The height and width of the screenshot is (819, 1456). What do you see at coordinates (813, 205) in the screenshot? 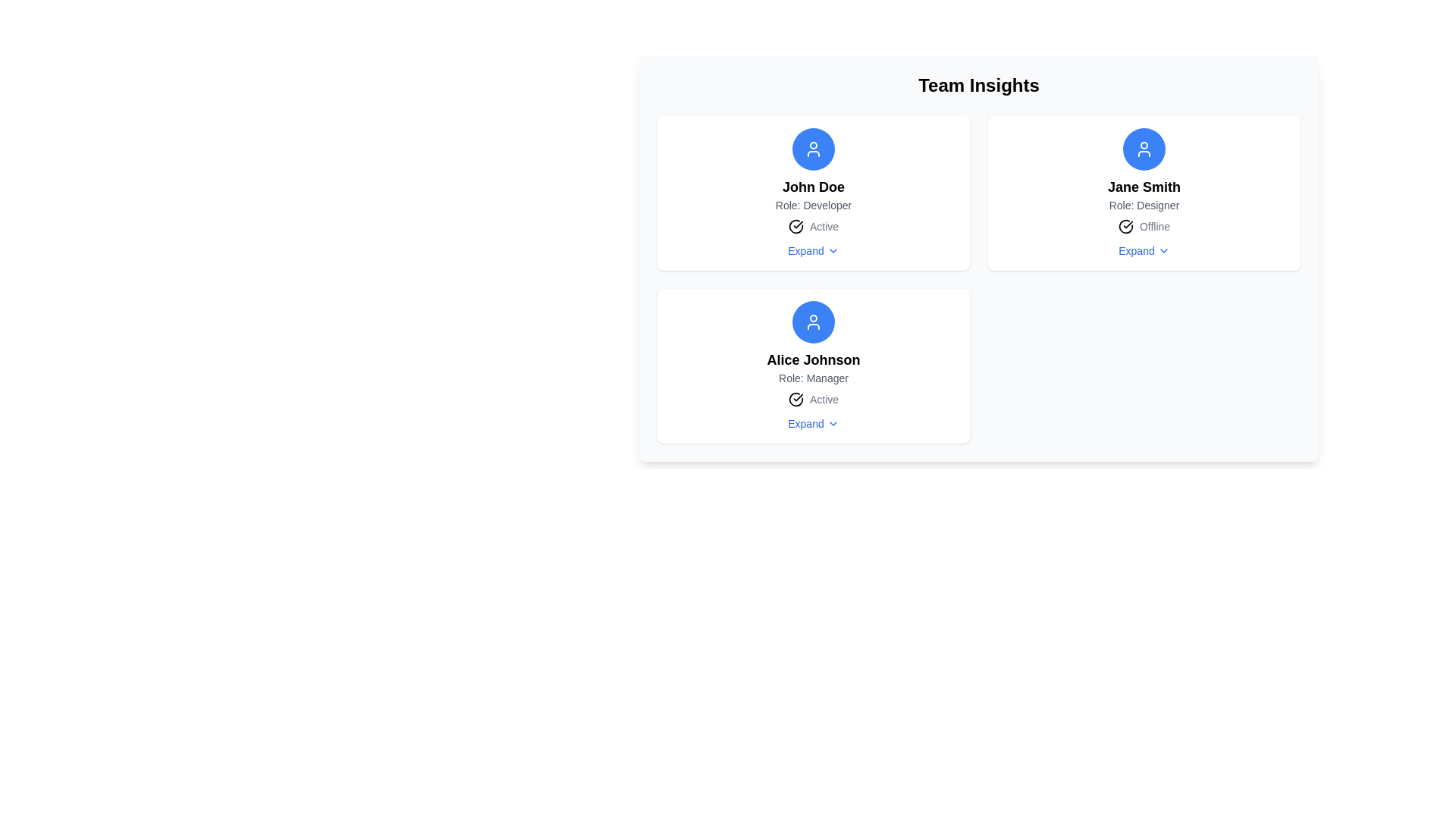
I see `the 'Role: Developer' text label, which is styled with small gray text and positioned between the 'John Doe' name label and the 'Active' status label in the Team Insights panel` at bounding box center [813, 205].